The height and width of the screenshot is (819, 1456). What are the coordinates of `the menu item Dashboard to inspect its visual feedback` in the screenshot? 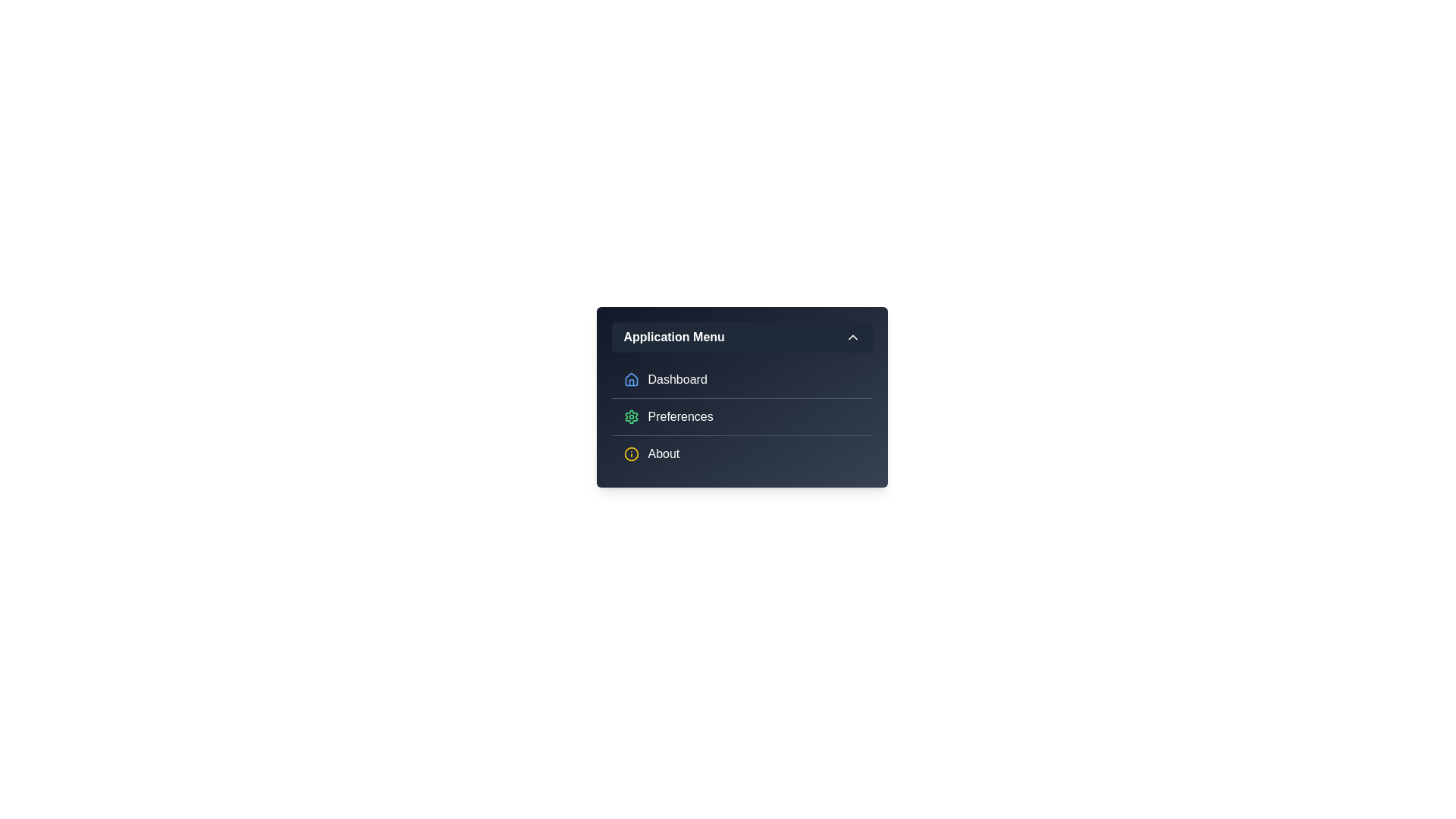 It's located at (742, 379).